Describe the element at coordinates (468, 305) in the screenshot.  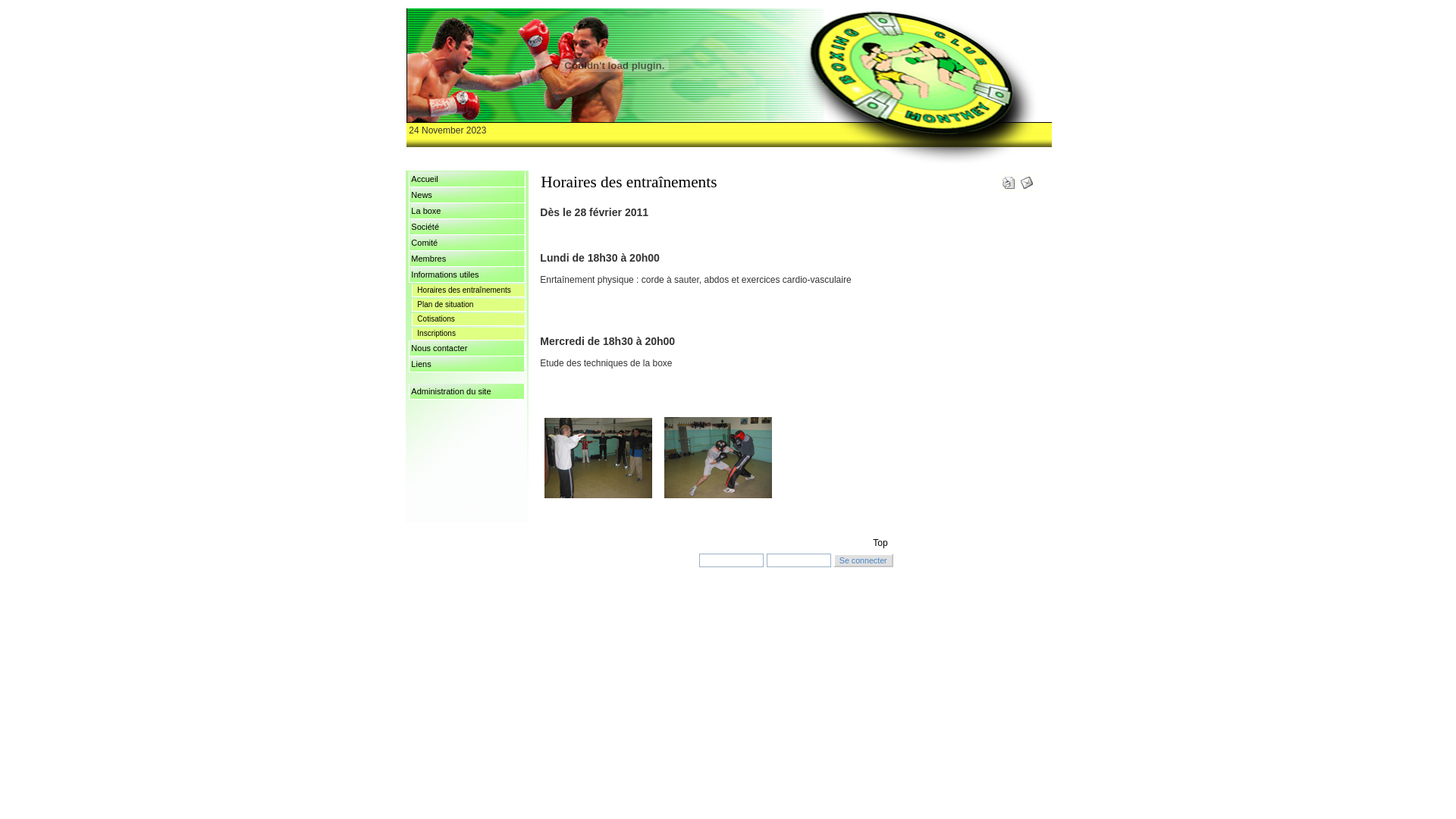
I see `'Plan de situation'` at that location.